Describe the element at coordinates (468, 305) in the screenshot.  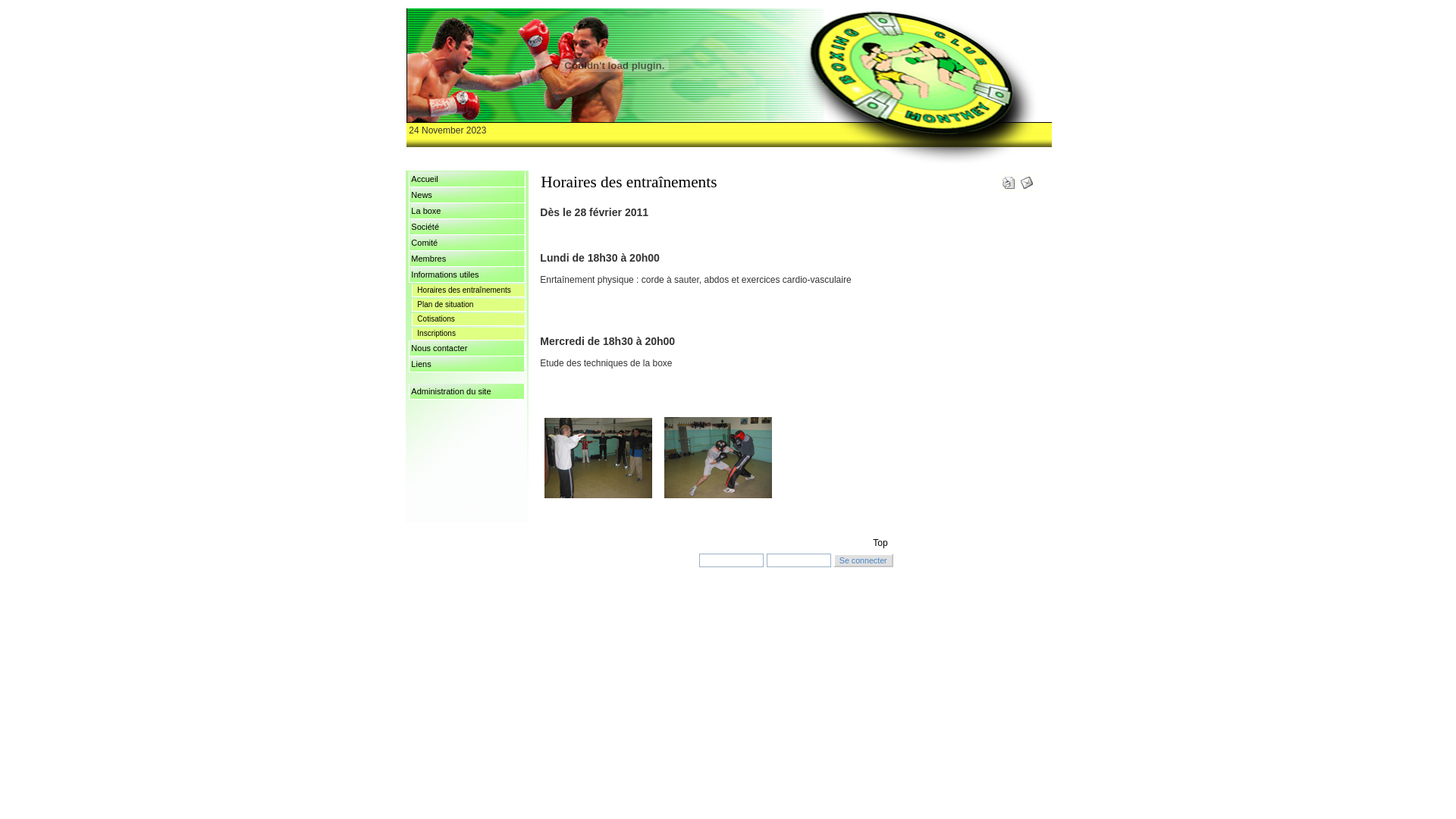
I see `'Plan de situation'` at that location.